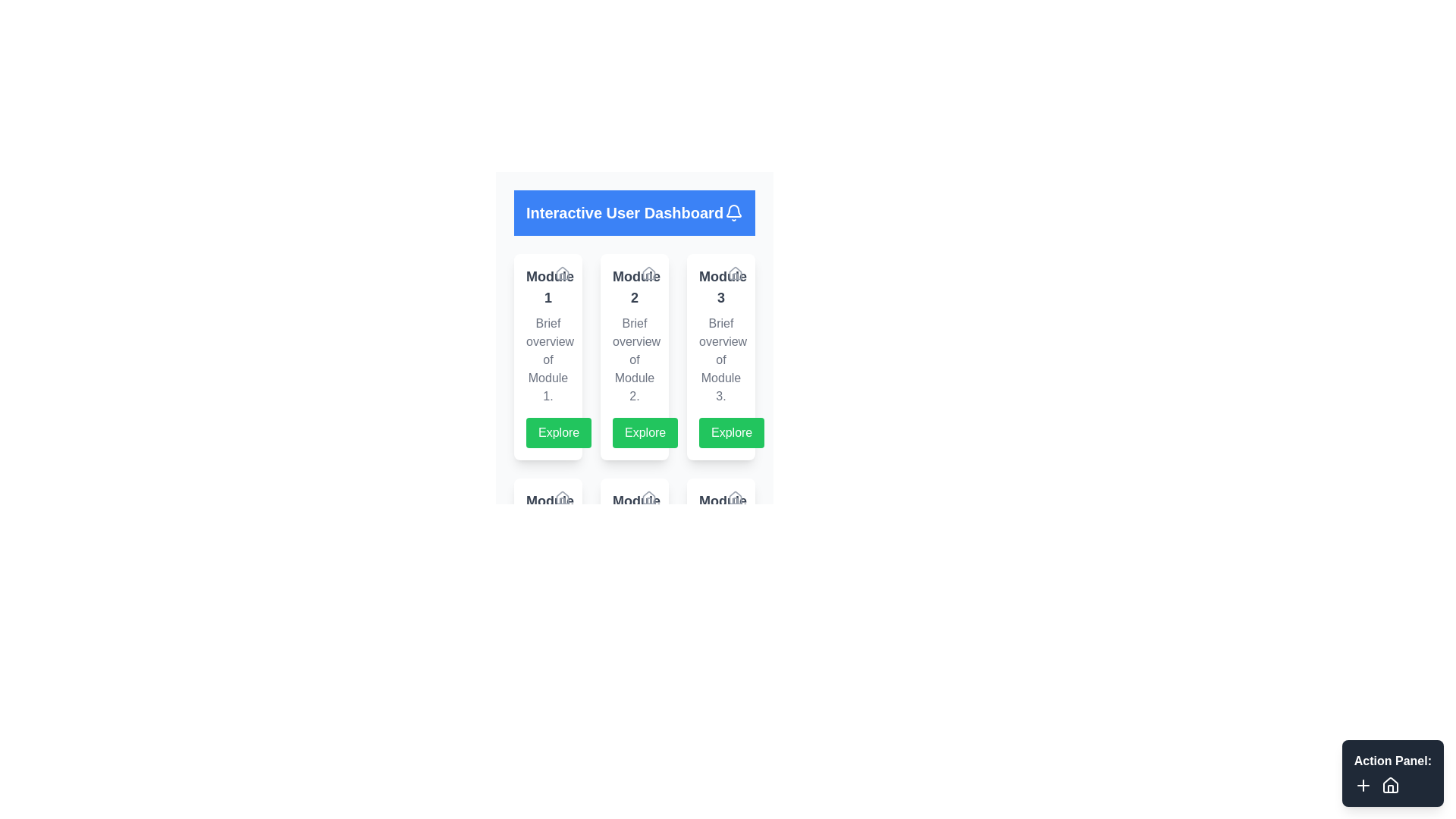  What do you see at coordinates (634, 287) in the screenshot?
I see `the text 'Module 2' in bold gray color for copying, which is located in the central card above the descriptive text and below a house icon` at bounding box center [634, 287].